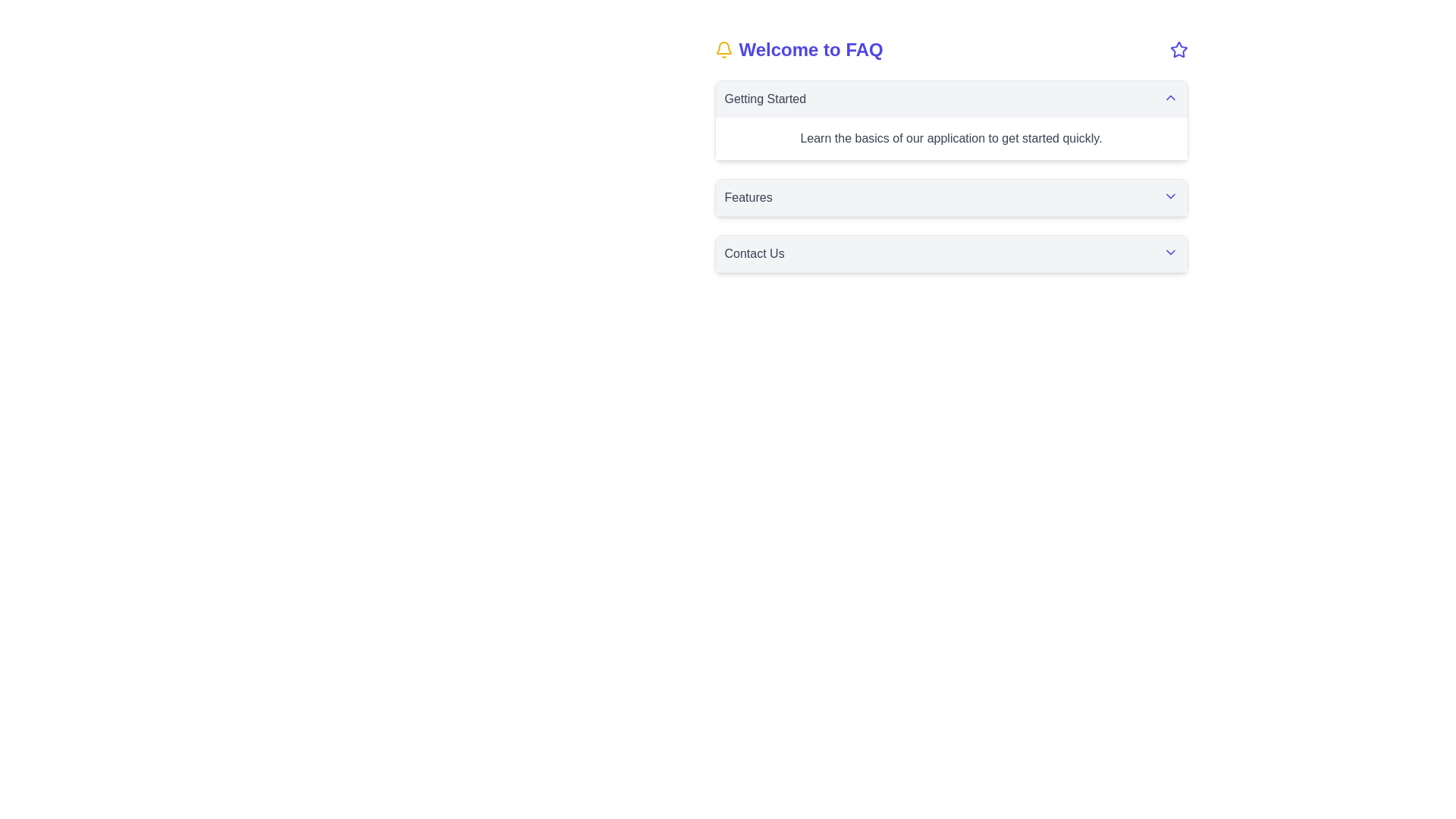 This screenshot has width=1456, height=819. I want to click on the 'Getting Started' text label, which is styled in gray and located in the header of the FAQ section, so click(765, 99).